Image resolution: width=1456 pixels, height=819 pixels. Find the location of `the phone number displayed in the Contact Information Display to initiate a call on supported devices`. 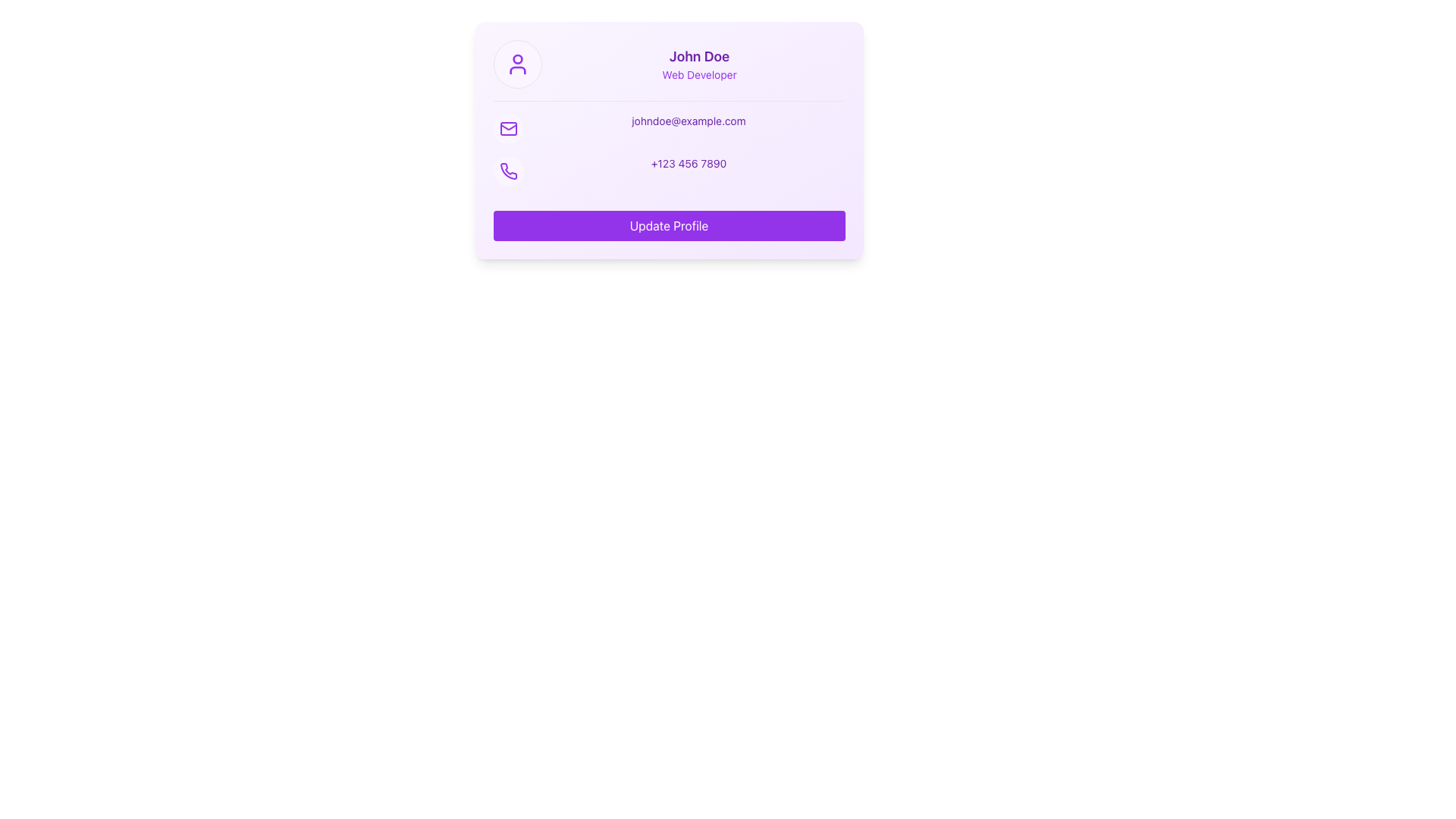

the phone number displayed in the Contact Information Display to initiate a call on supported devices is located at coordinates (668, 149).